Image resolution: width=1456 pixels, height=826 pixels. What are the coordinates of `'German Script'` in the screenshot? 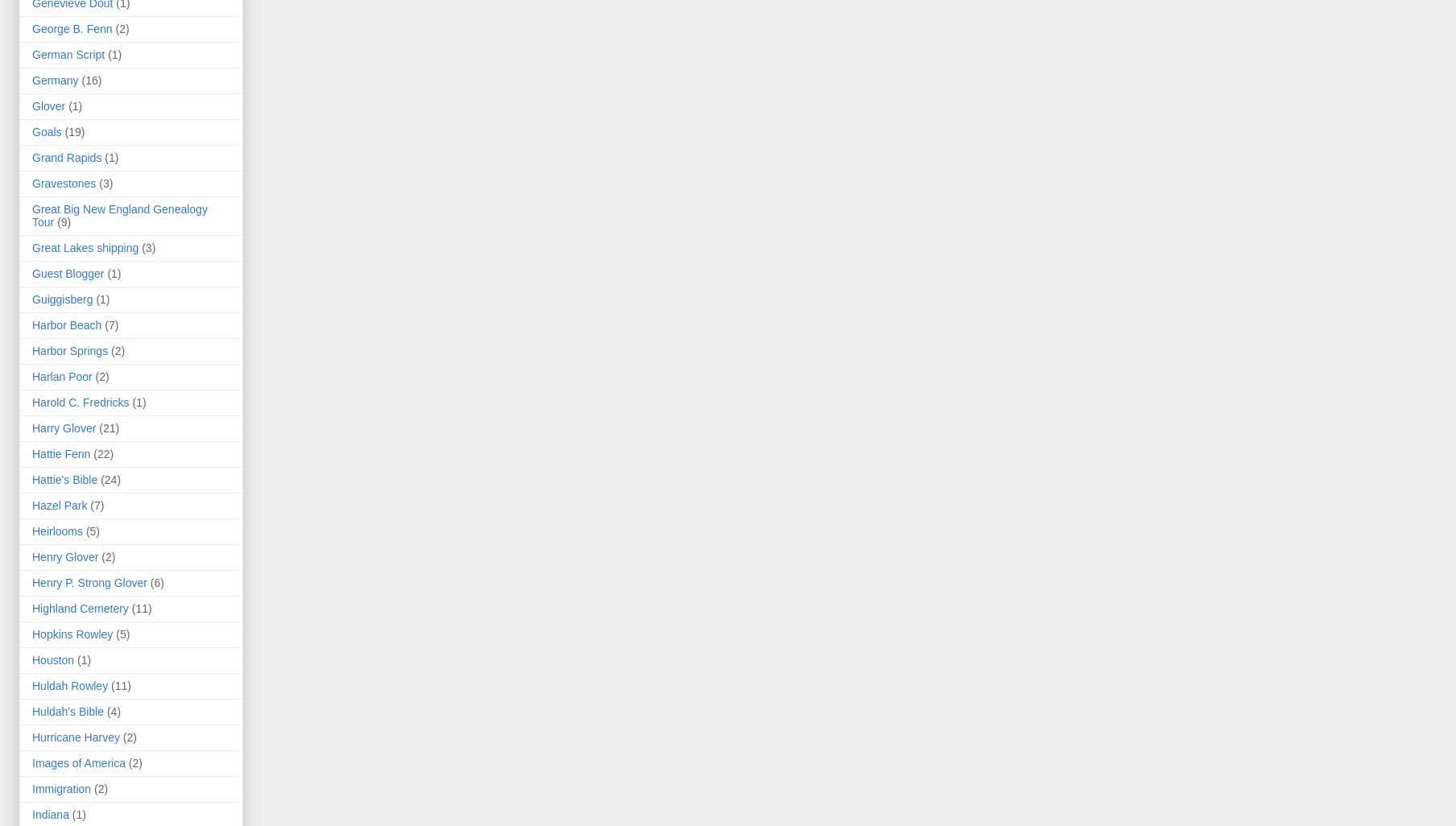 It's located at (31, 54).